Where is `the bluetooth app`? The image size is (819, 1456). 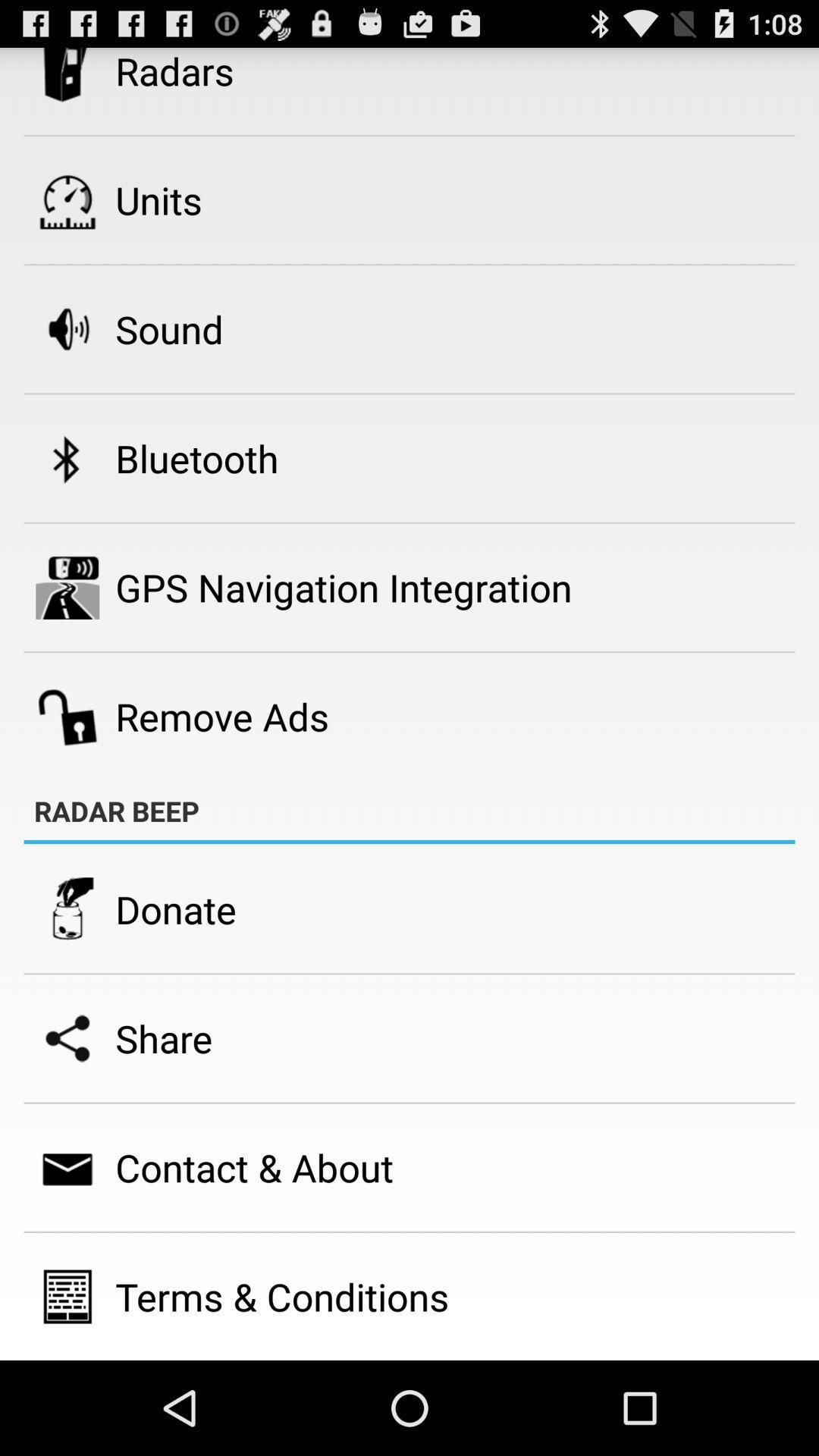
the bluetooth app is located at coordinates (196, 457).